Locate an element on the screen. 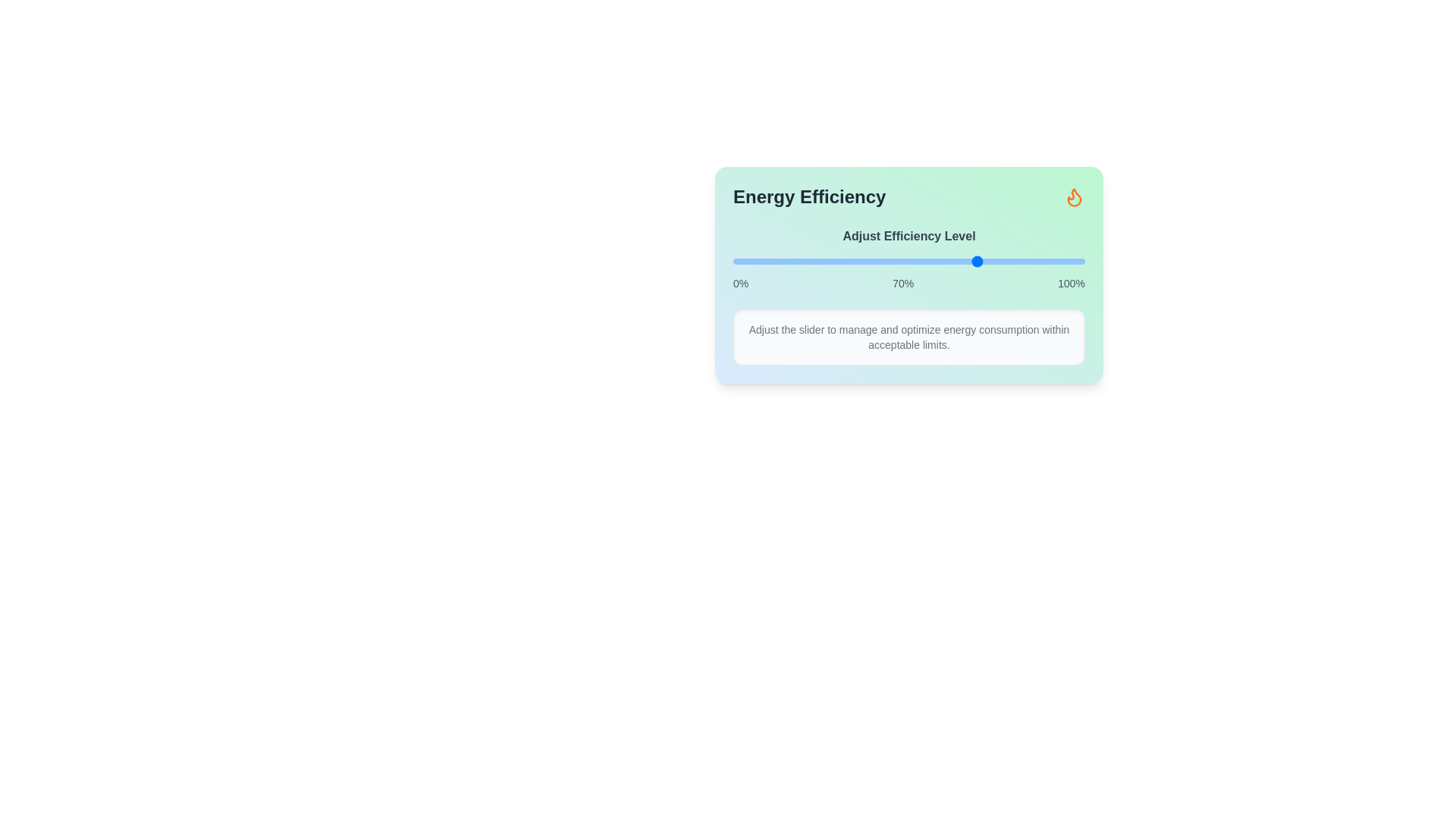  the decorative flame icon is located at coordinates (1073, 196).